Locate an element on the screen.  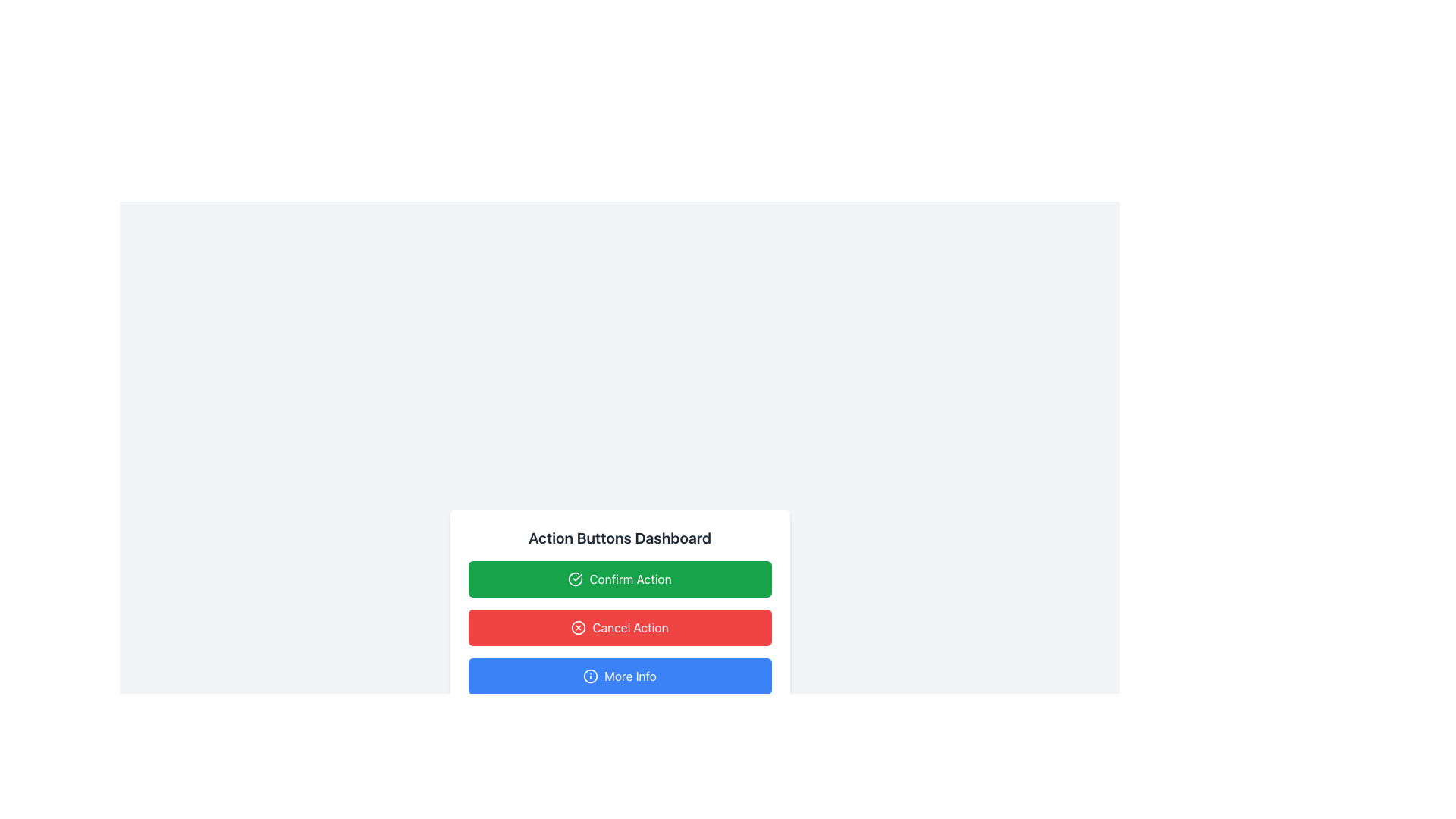
the text label indicating the action represented by the confirm button, which is located within the first green button under the 'Action Buttons Dashboard' is located at coordinates (630, 579).